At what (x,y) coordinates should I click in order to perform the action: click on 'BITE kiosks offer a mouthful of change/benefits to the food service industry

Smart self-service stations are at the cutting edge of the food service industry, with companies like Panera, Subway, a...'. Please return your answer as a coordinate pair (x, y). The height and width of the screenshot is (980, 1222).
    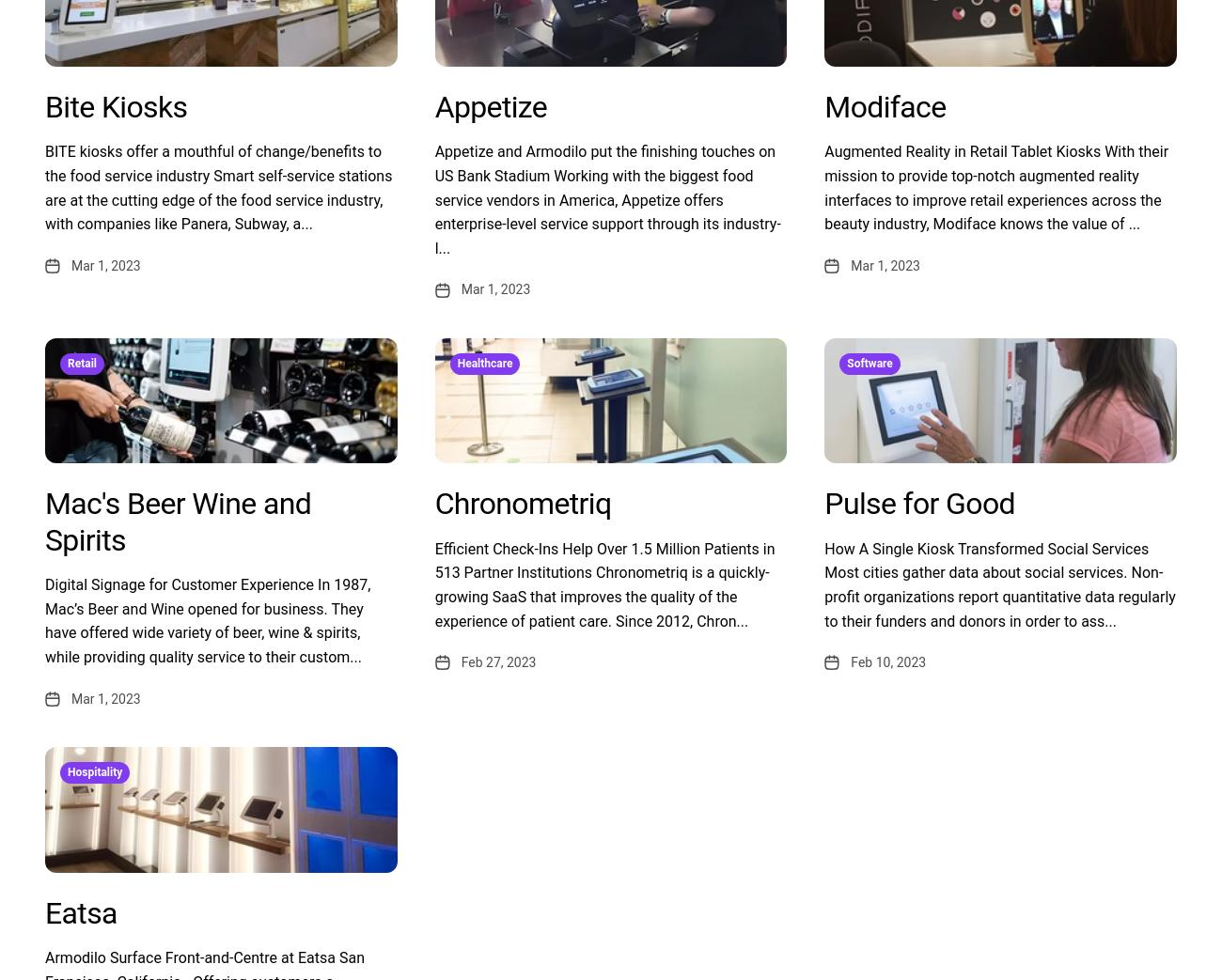
    Looking at the image, I should click on (217, 187).